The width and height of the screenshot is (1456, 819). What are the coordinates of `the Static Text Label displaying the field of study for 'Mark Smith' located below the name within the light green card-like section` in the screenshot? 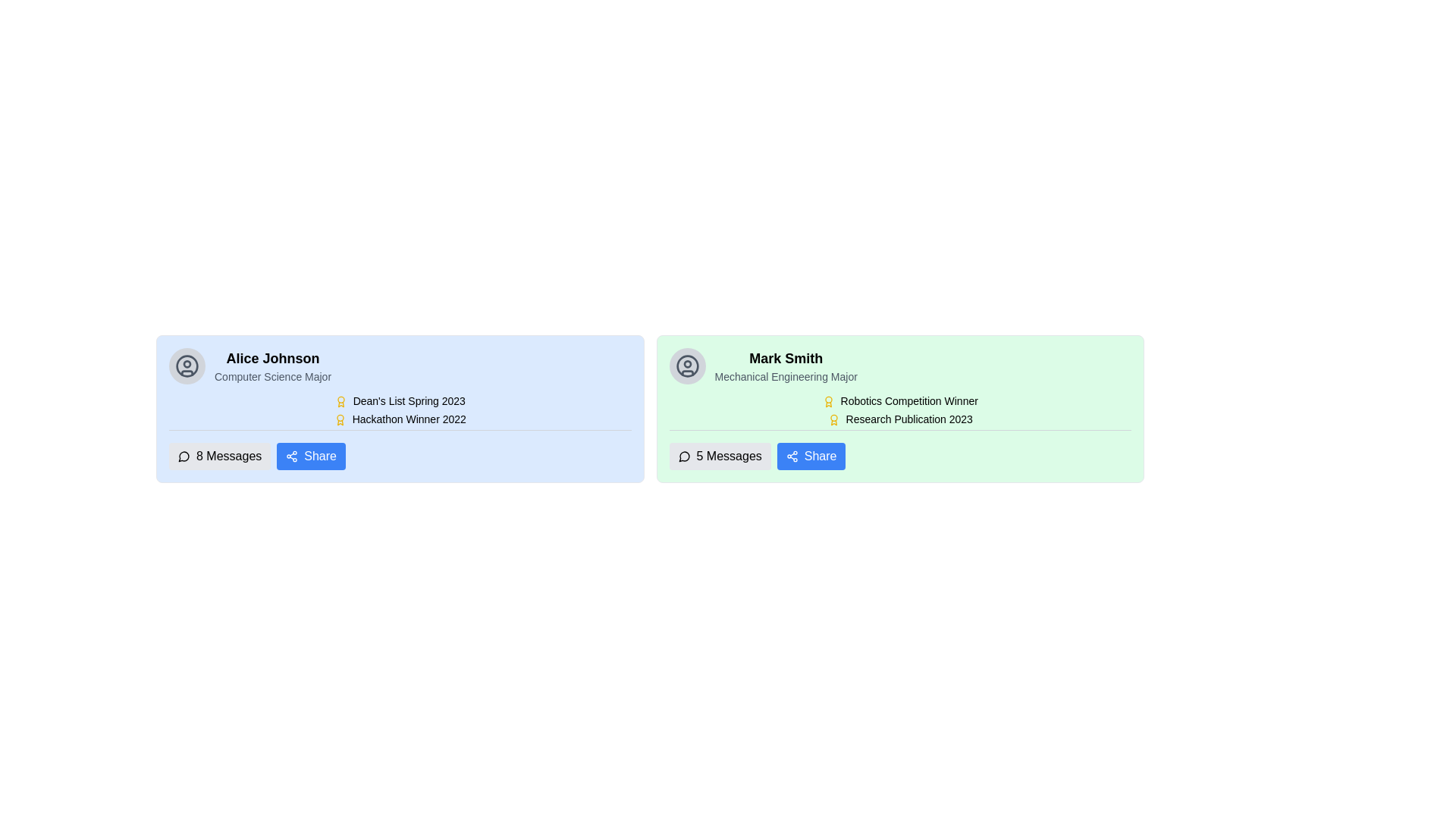 It's located at (786, 376).